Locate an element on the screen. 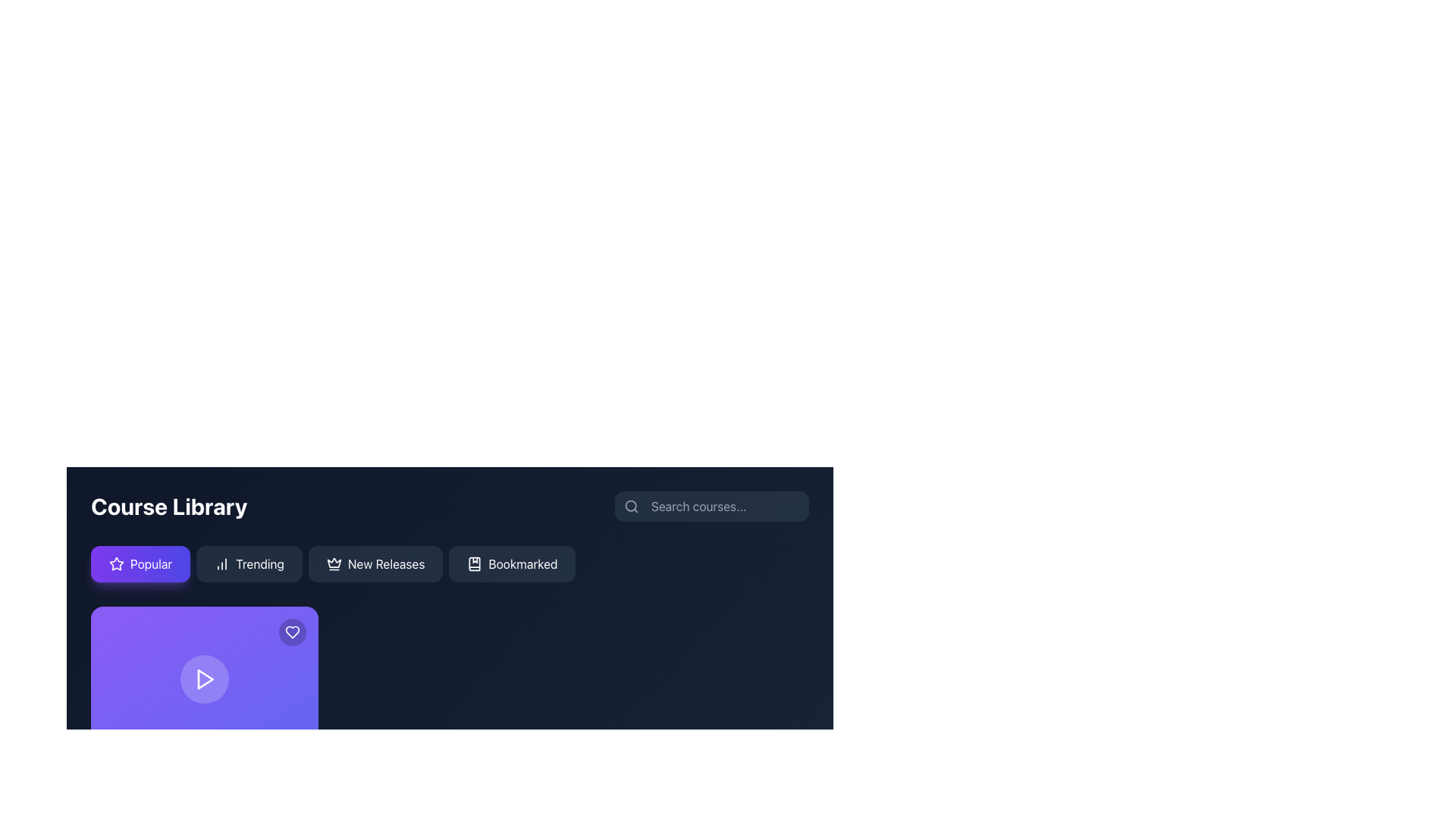 This screenshot has width=1456, height=819. the 'Trending' button, which features a small bar chart icon and bold white text on a muted slate blue background is located at coordinates (249, 564).